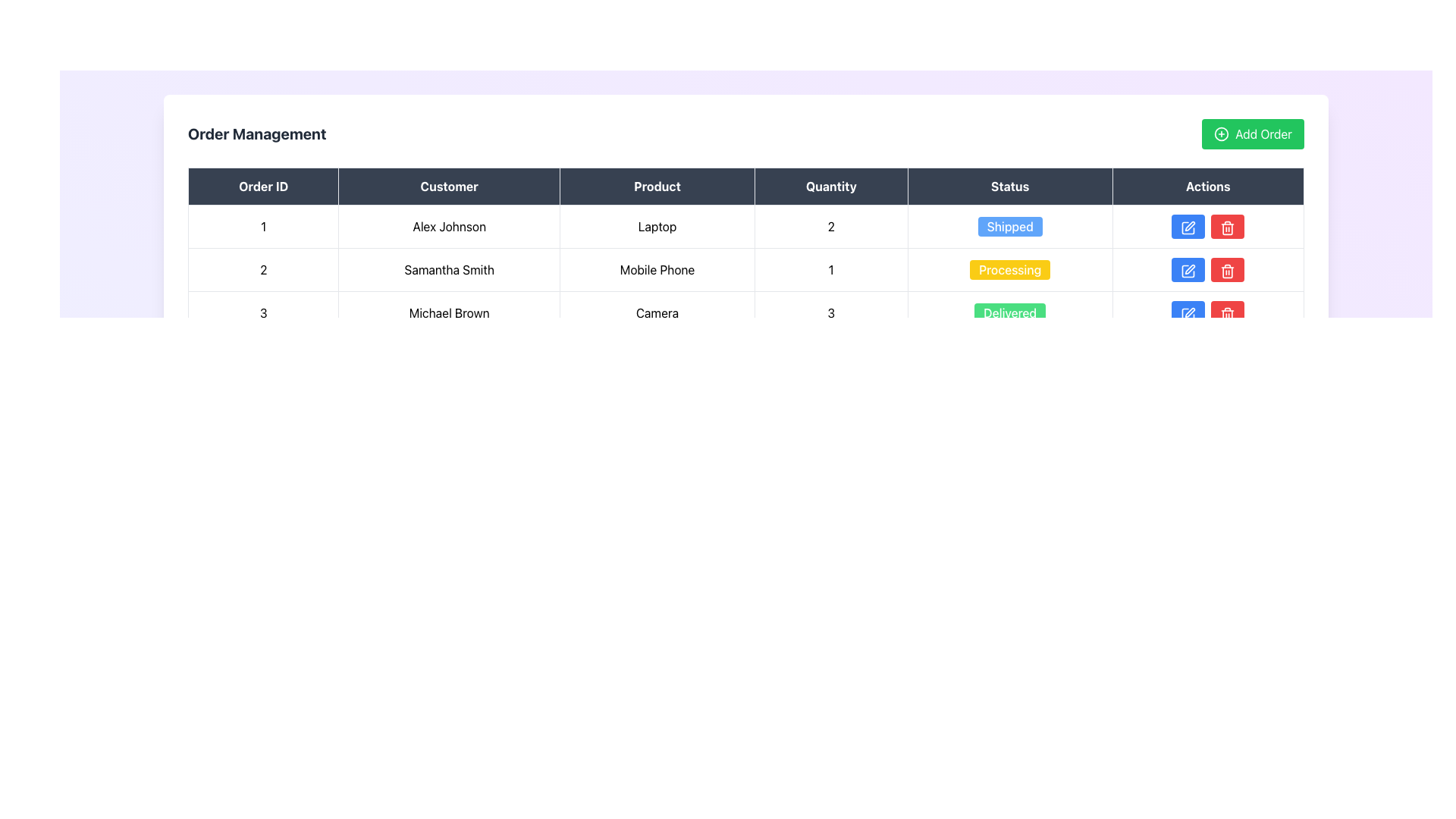 This screenshot has width=1456, height=819. Describe the element at coordinates (657, 227) in the screenshot. I see `the text element displaying 'Laptop' in the 'Product' column of the table for 'Alex Johnson'` at that location.